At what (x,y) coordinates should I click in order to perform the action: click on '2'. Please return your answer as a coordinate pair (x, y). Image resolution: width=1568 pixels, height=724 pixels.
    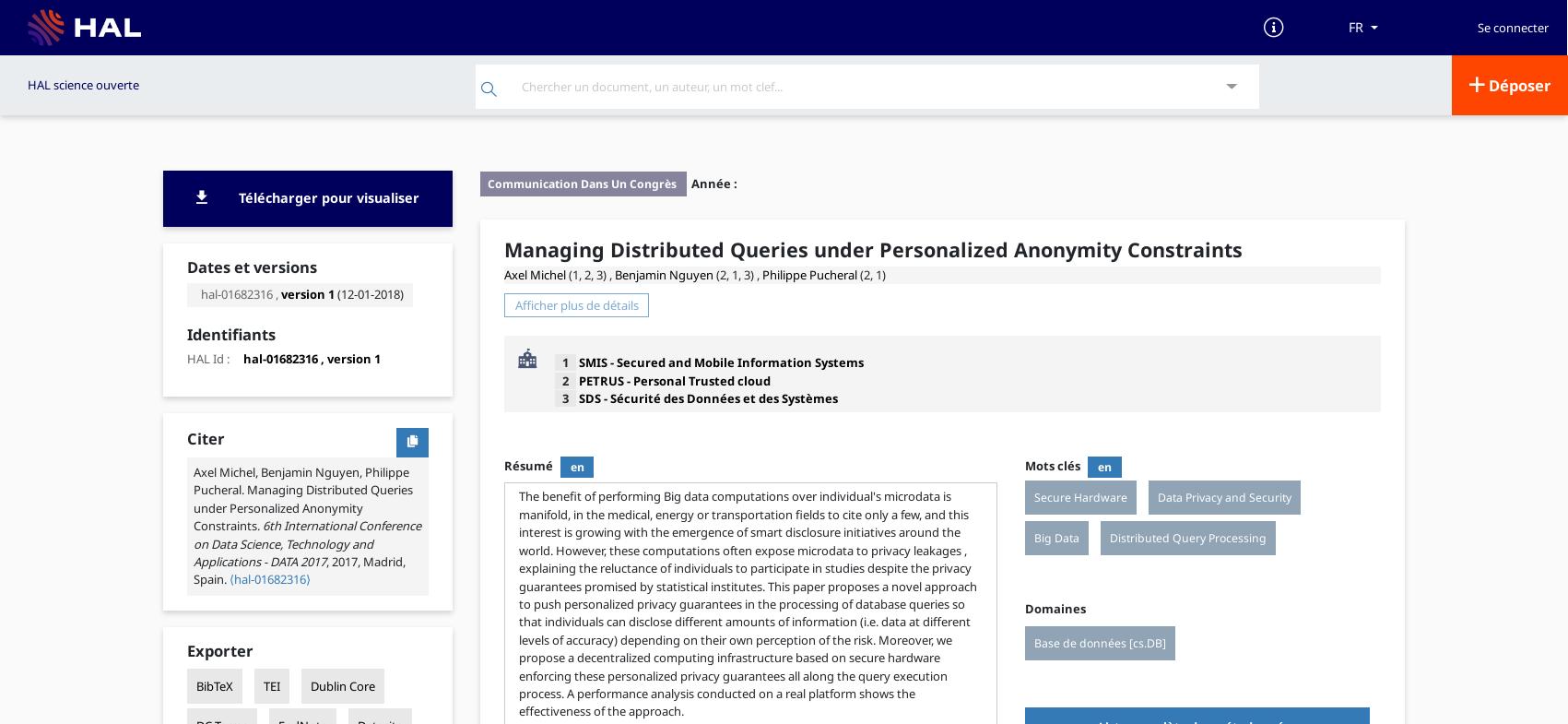
    Looking at the image, I should click on (563, 379).